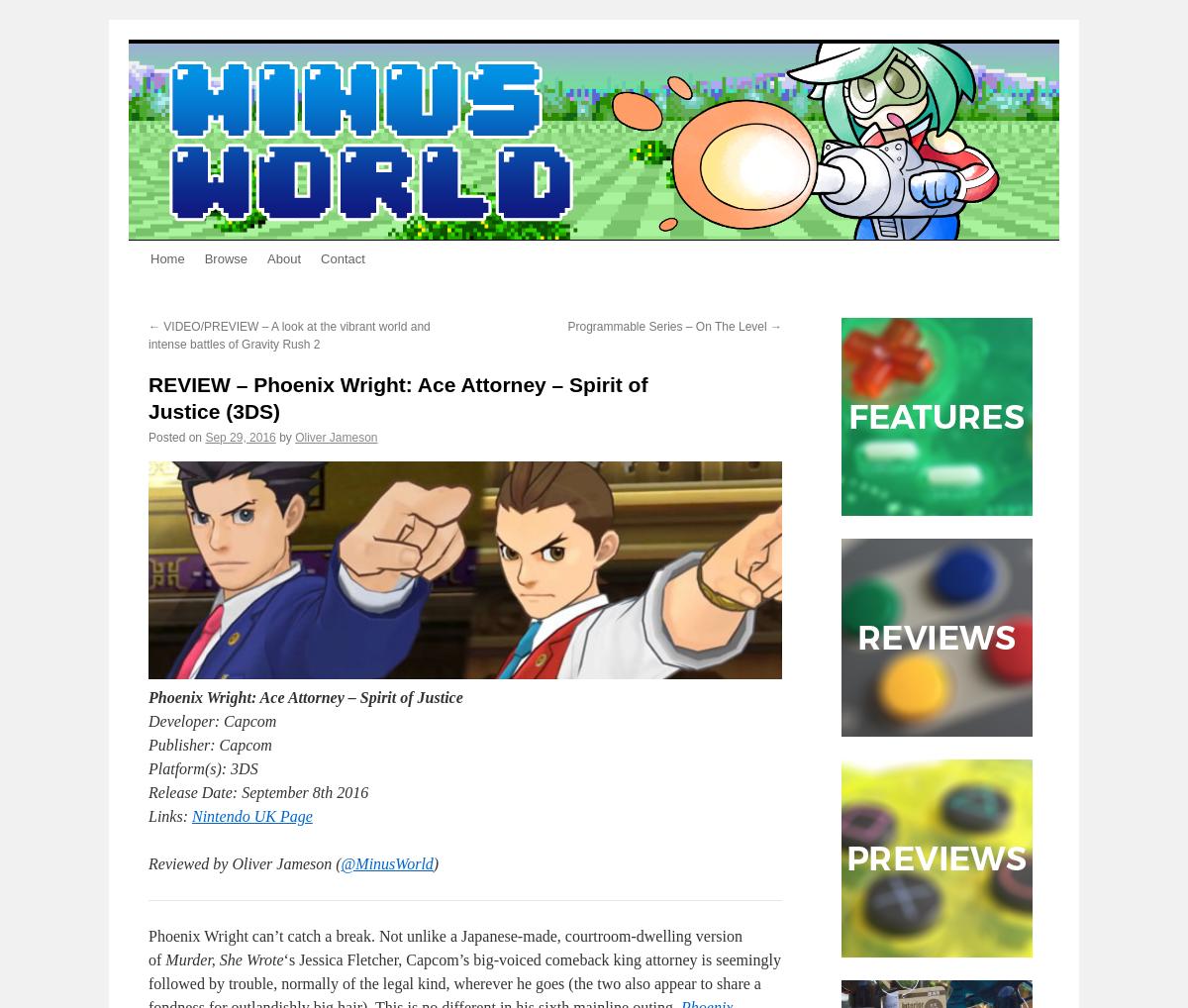 Image resolution: width=1188 pixels, height=1008 pixels. What do you see at coordinates (191, 815) in the screenshot?
I see `'Nintendo UK Page'` at bounding box center [191, 815].